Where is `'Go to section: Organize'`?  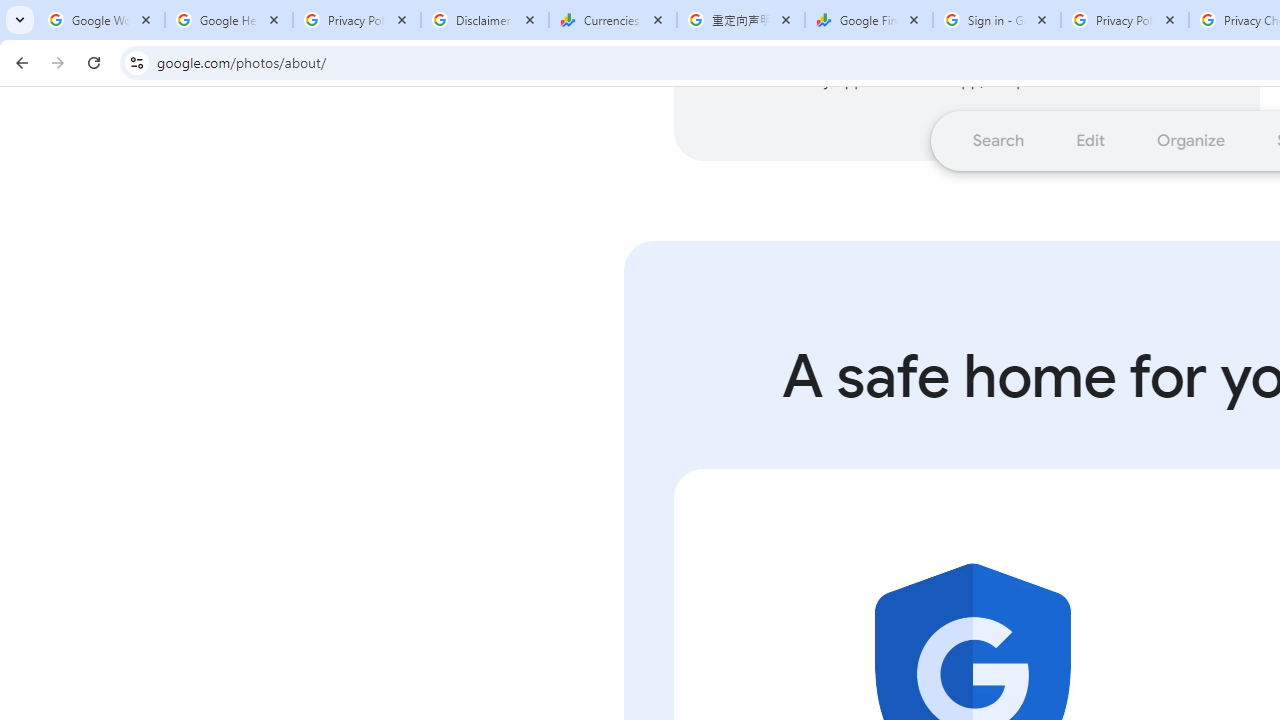 'Go to section: Organize' is located at coordinates (1191, 139).